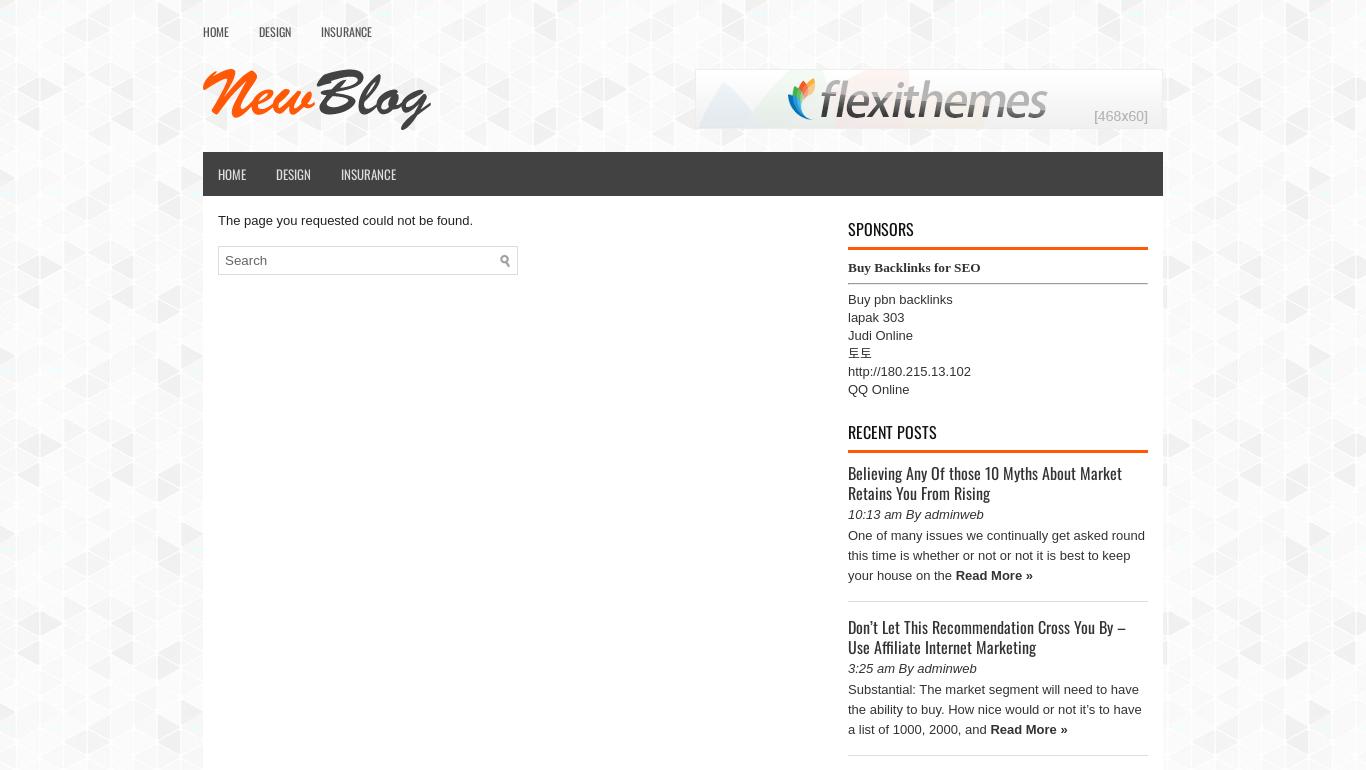  What do you see at coordinates (879, 335) in the screenshot?
I see `'Judi Online'` at bounding box center [879, 335].